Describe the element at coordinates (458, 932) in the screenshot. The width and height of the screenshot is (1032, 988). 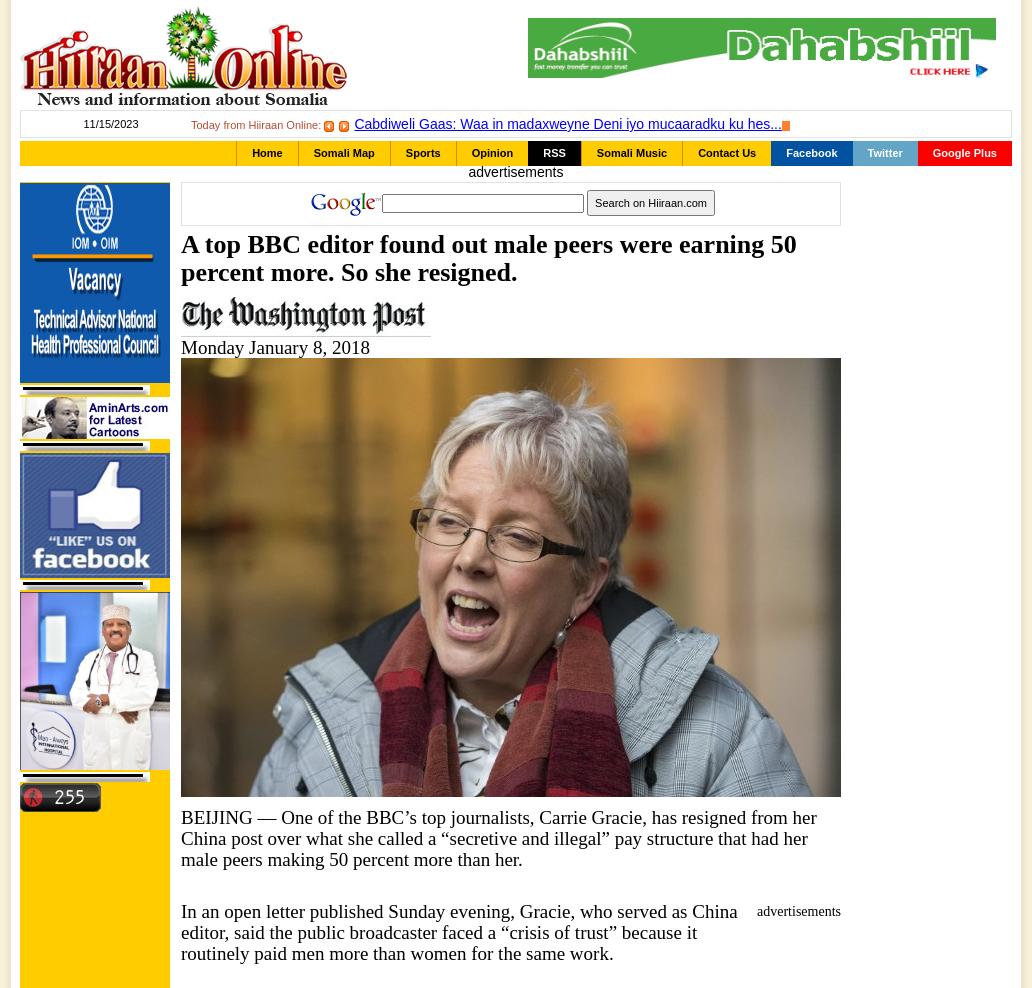
I see `'In an open letter published Sunday evening, Gracie, who served as China editor, said the public broadcaster faced a “crisis of trust” because it routinely paid men more than women for the same work.'` at that location.